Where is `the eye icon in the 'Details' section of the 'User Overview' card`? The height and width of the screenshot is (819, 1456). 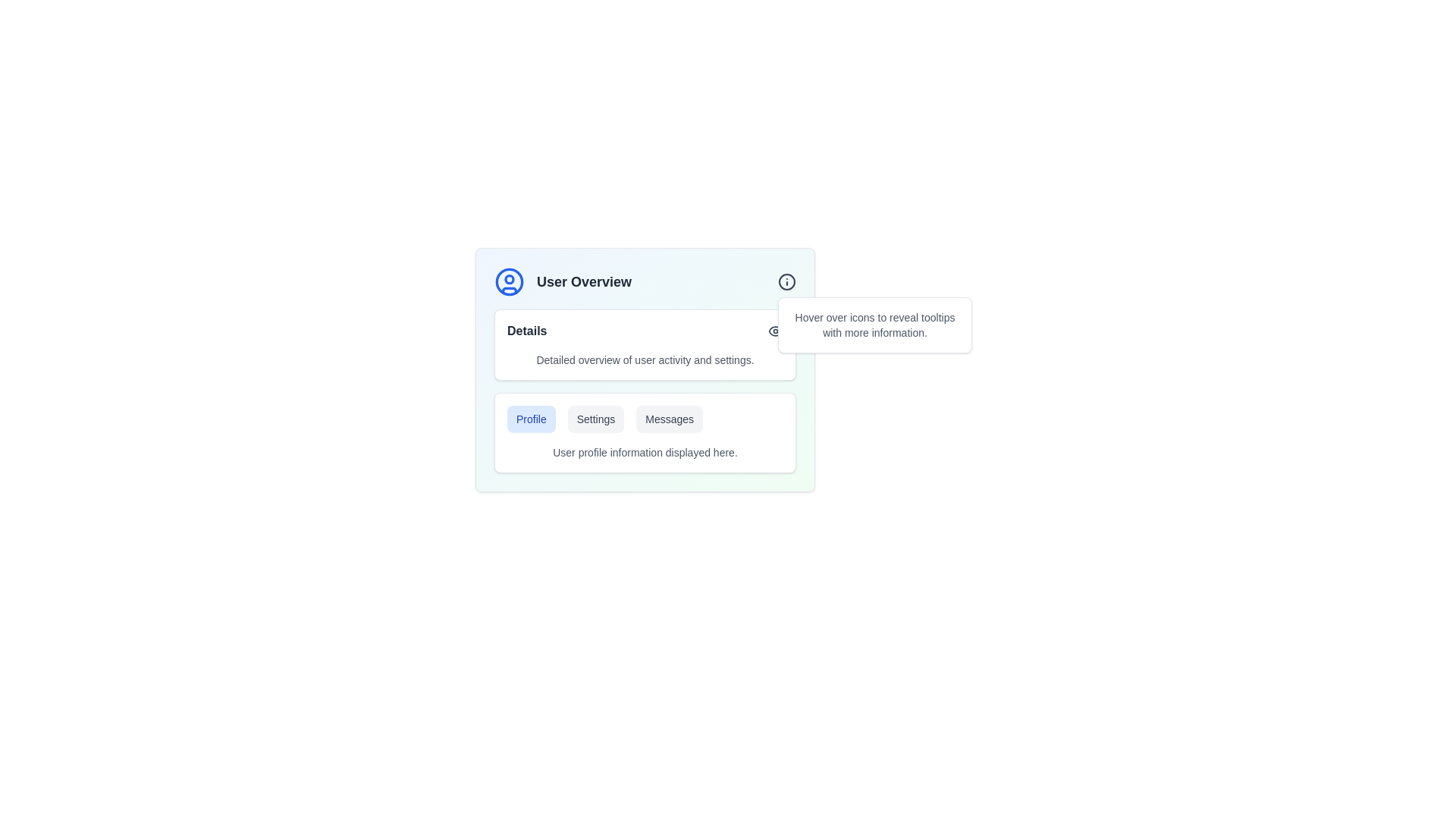
the eye icon in the 'Details' section of the 'User Overview' card is located at coordinates (775, 330).